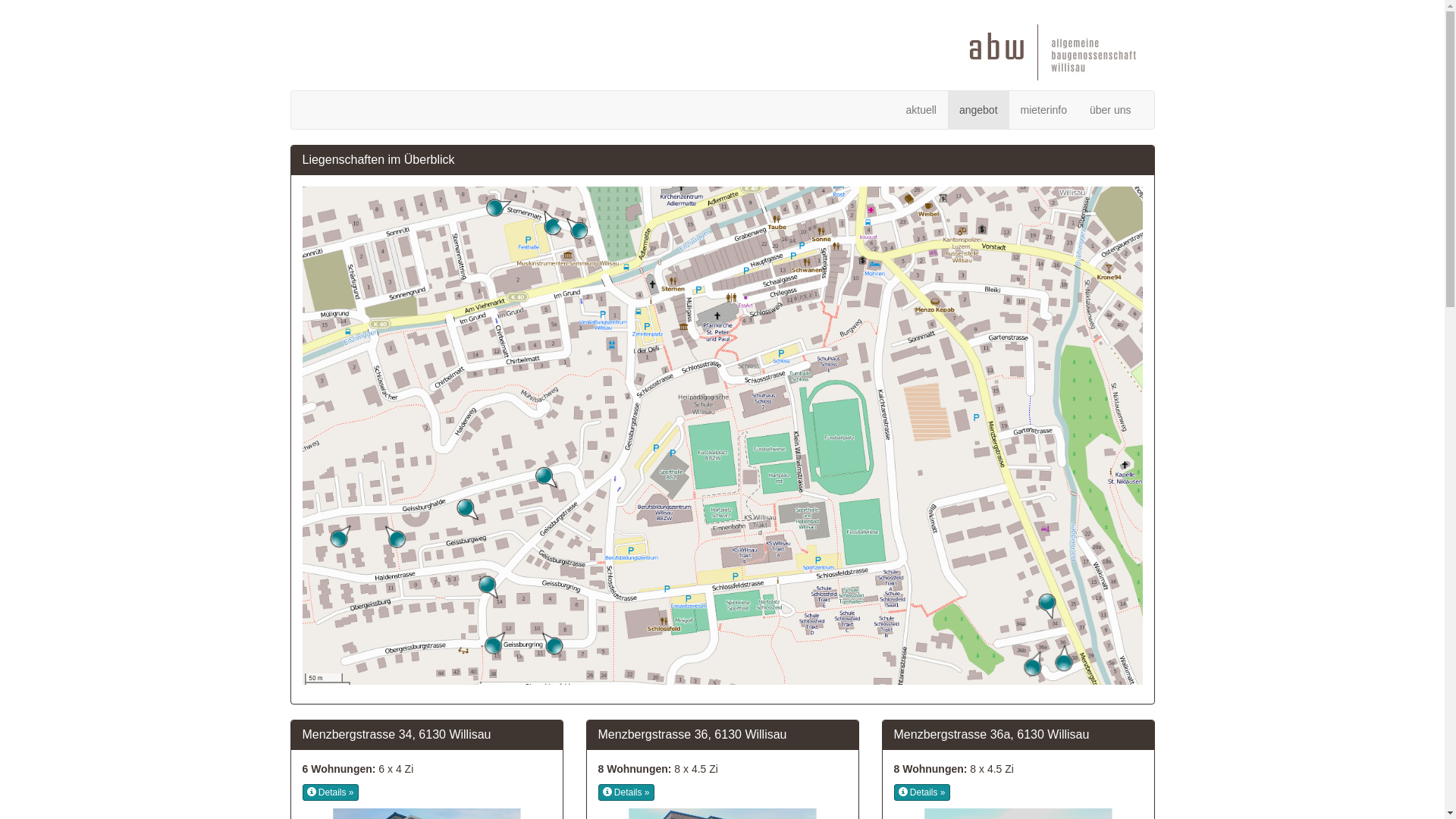 The width and height of the screenshot is (1456, 819). Describe the element at coordinates (920, 109) in the screenshot. I see `'aktuell'` at that location.